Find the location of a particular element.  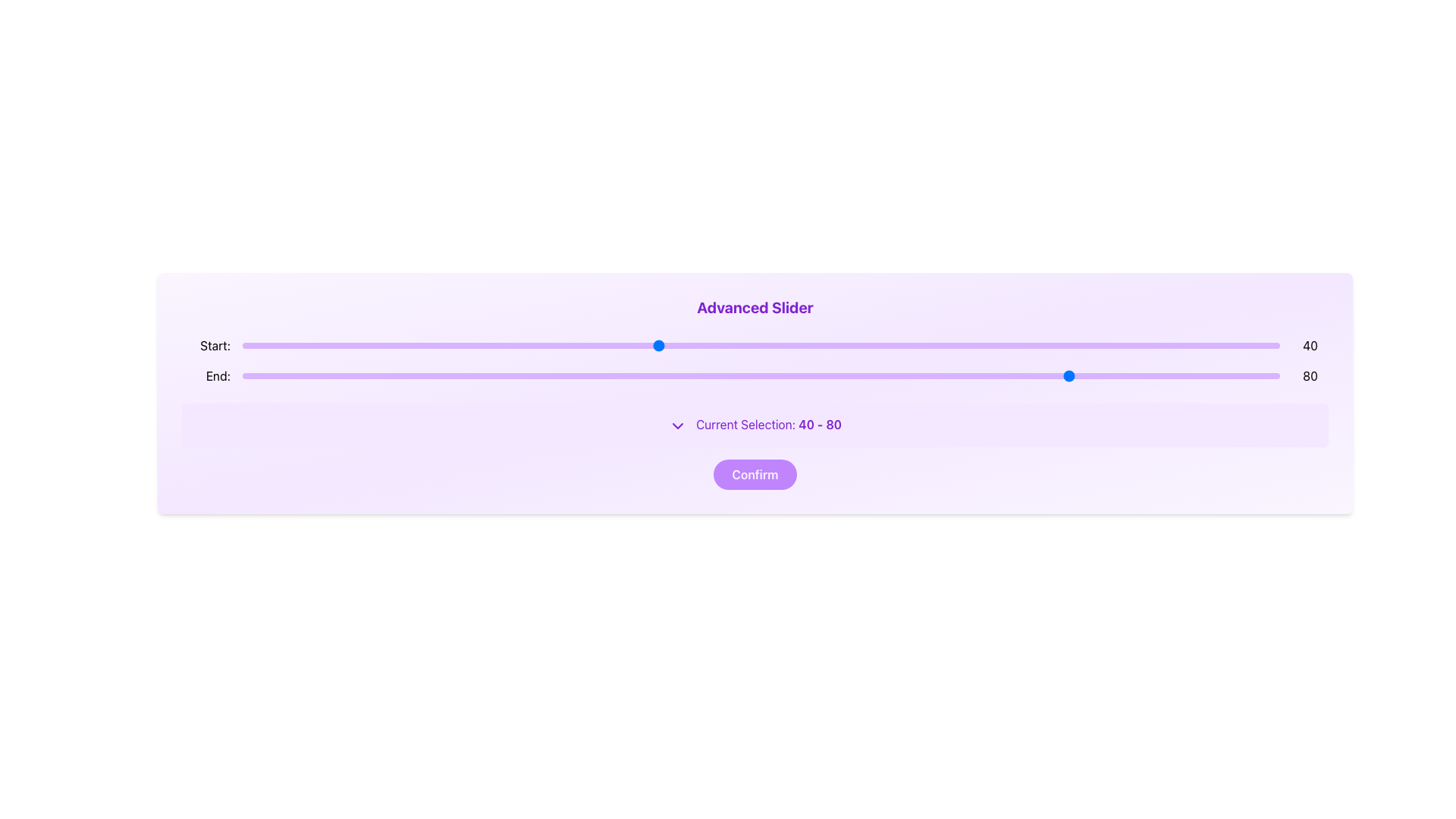

the 'End' value is located at coordinates (335, 375).